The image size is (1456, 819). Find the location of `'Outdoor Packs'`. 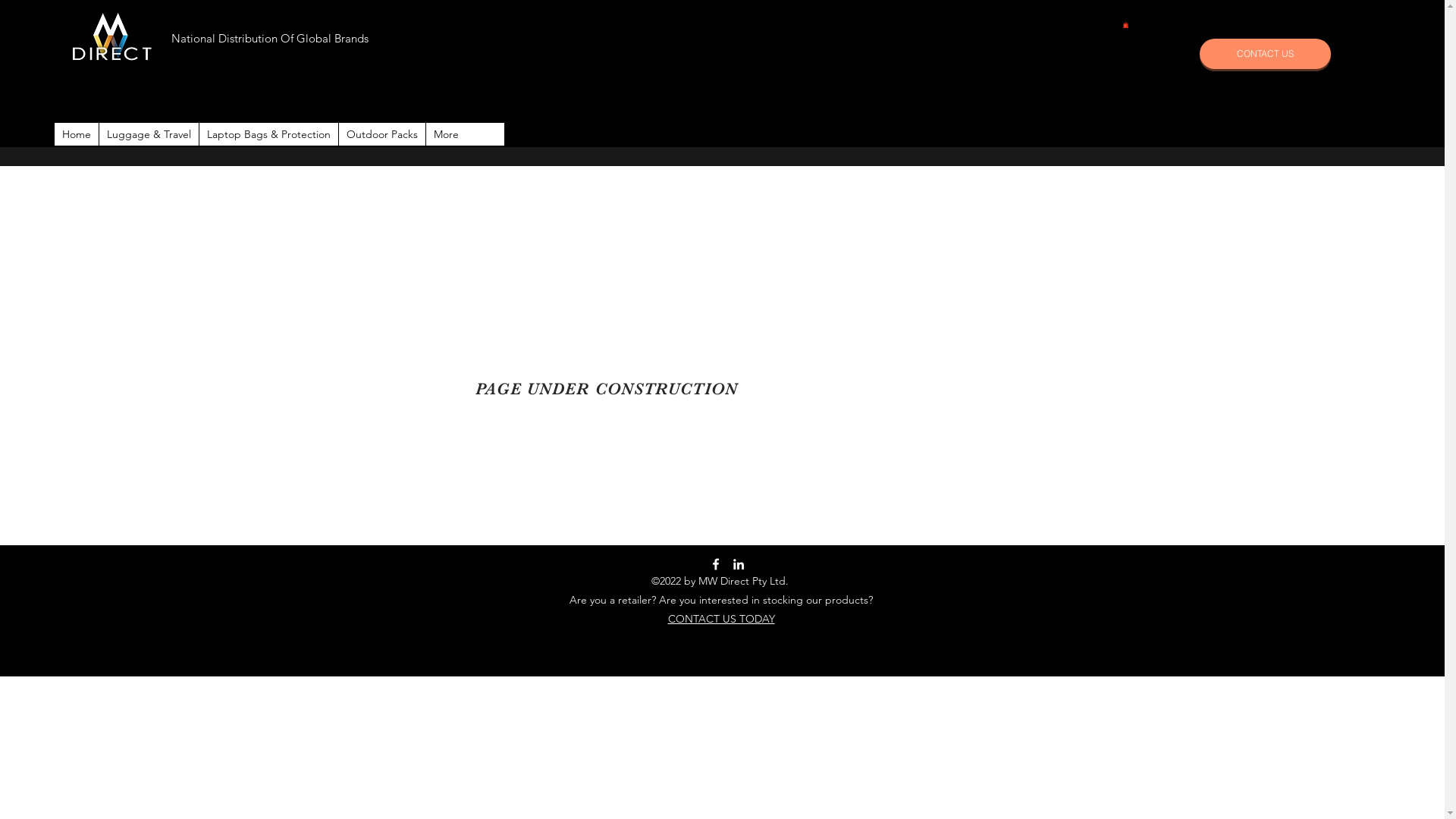

'Outdoor Packs' is located at coordinates (337, 133).